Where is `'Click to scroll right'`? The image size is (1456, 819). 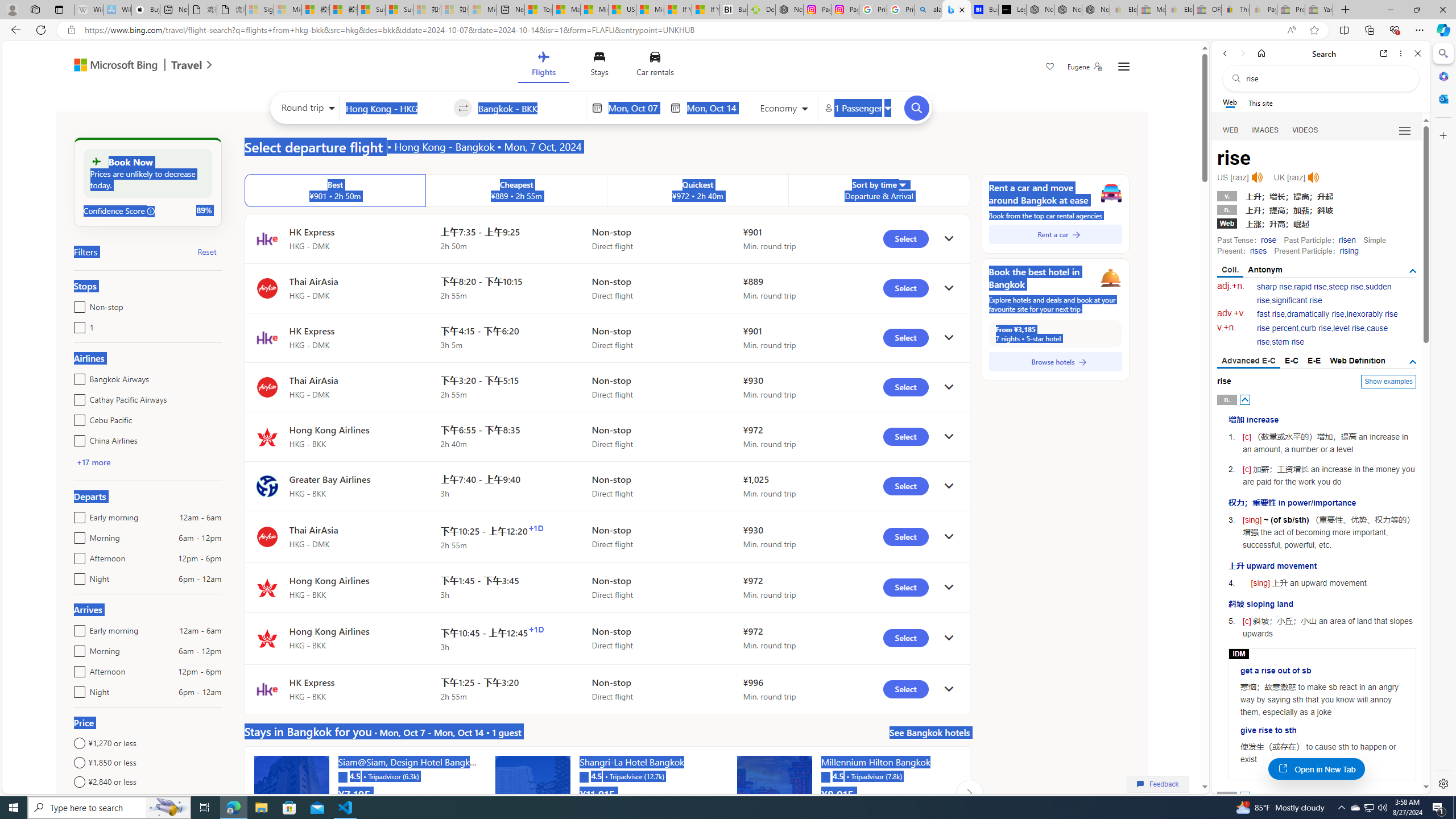 'Click to scroll right' is located at coordinates (969, 792).